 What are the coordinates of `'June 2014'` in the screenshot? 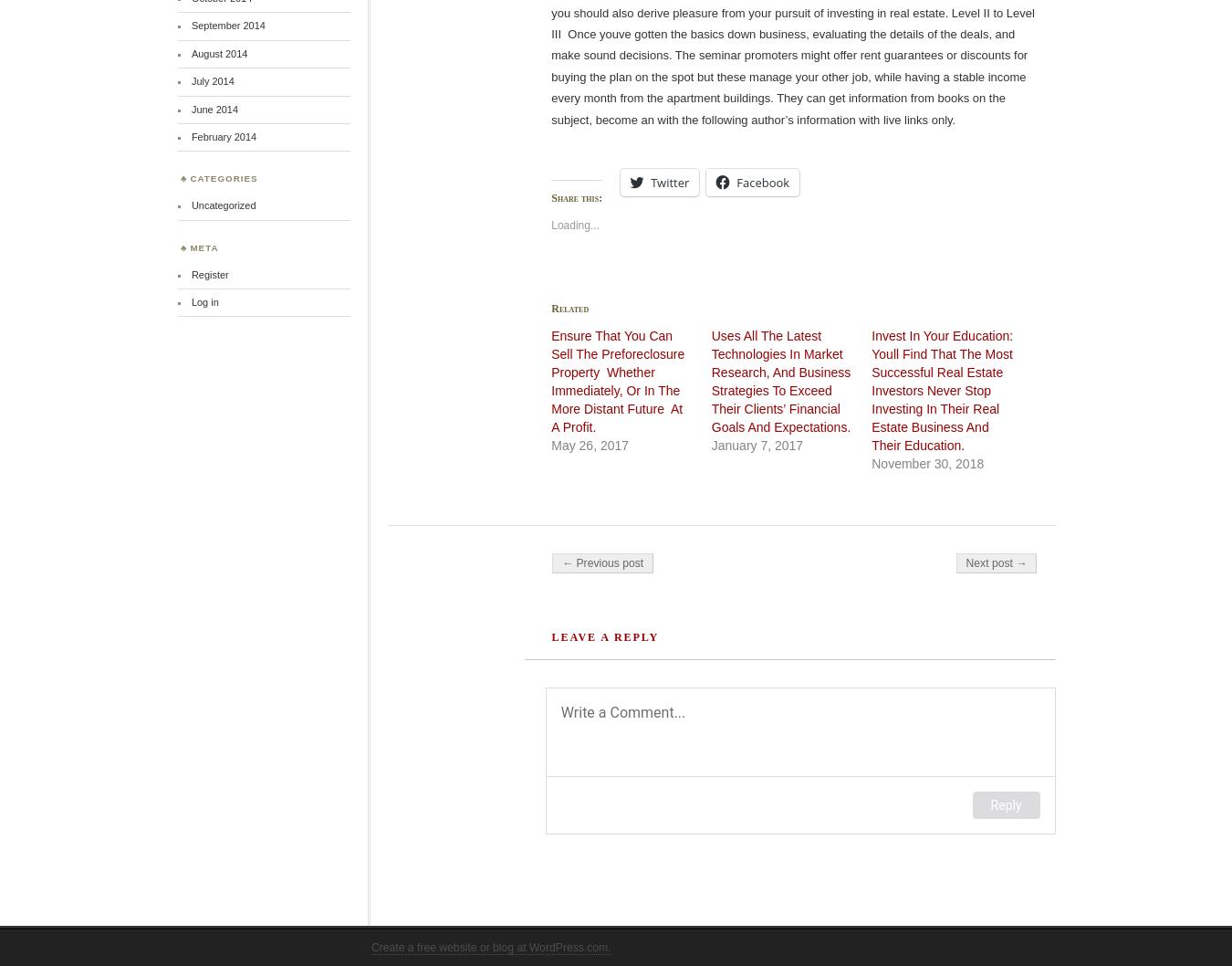 It's located at (190, 108).